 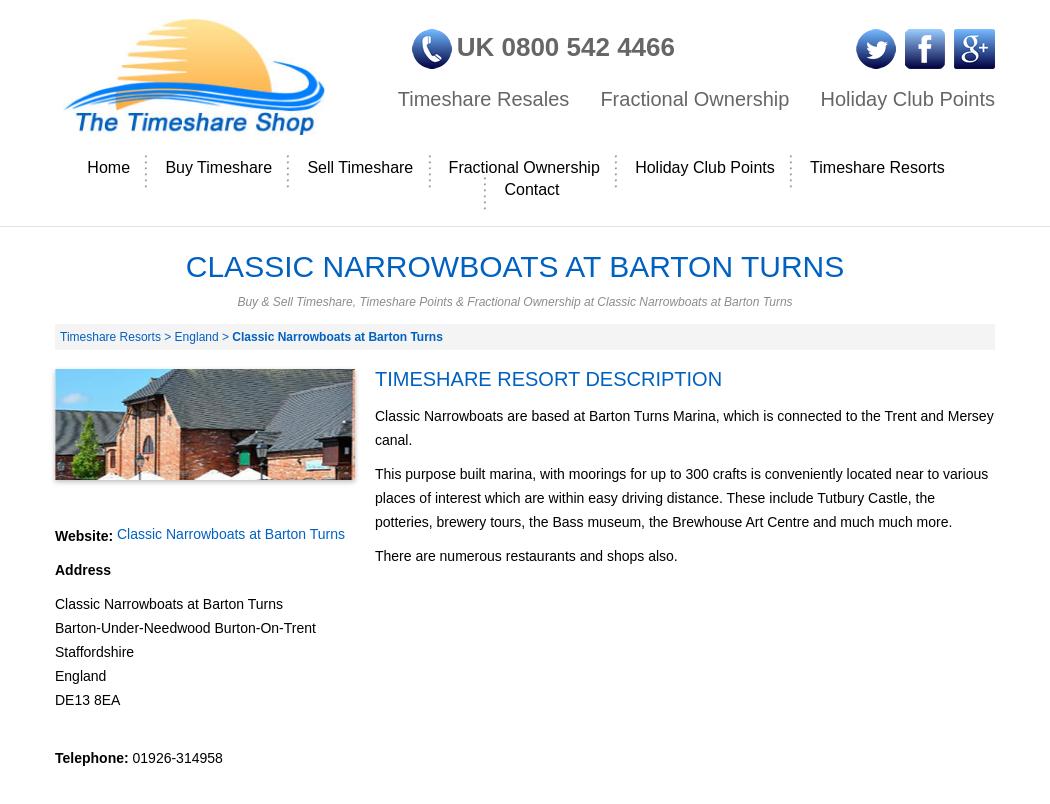 I want to click on 'Classic Narrowboats are based at Barton Turns Marina, which is connected to the Trent and Mersey canal.', so click(x=683, y=427).